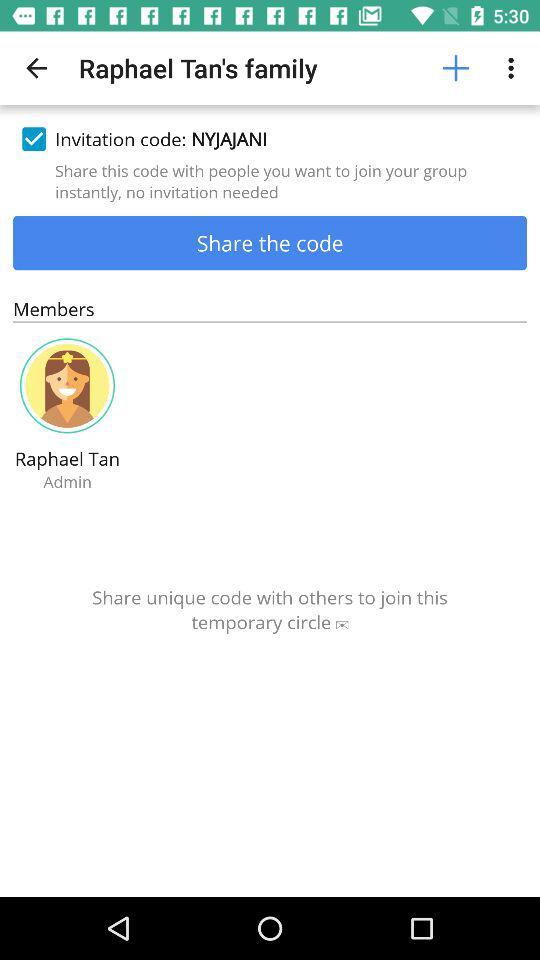 The width and height of the screenshot is (540, 960). I want to click on the item next to raphael tan s app, so click(455, 68).